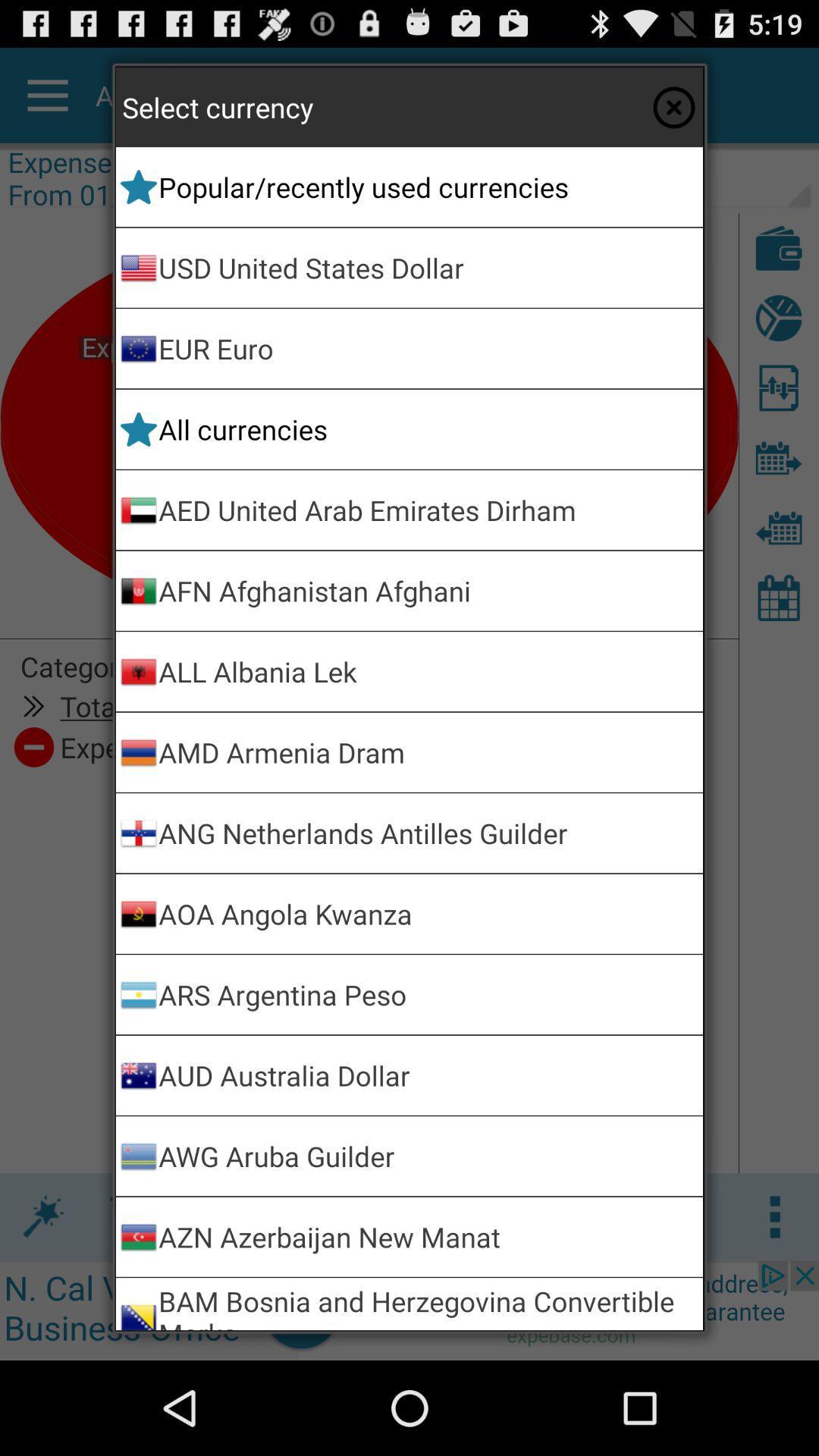 The height and width of the screenshot is (1456, 819). I want to click on the app above the ang netherlands antilles app, so click(428, 752).